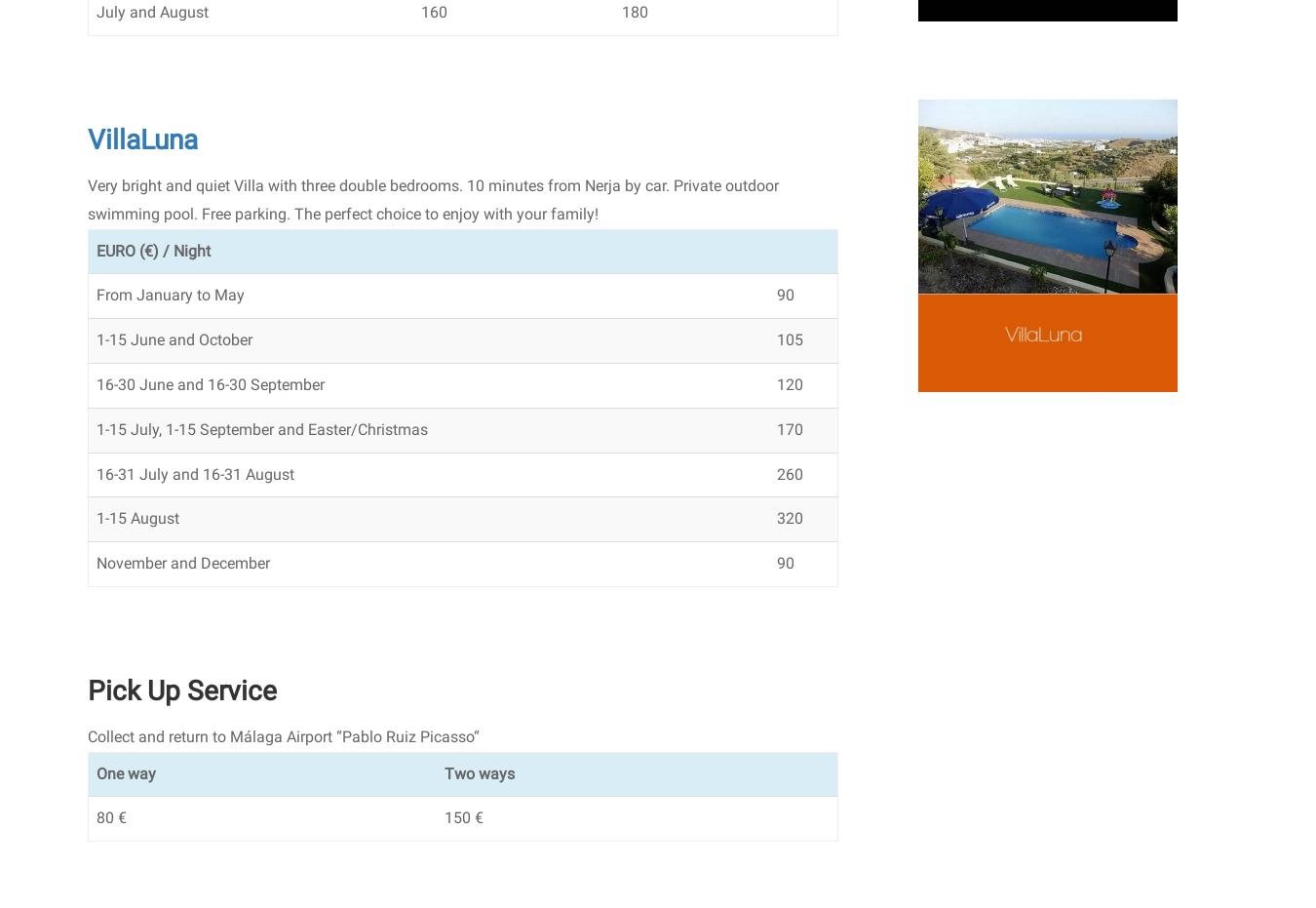  I want to click on 'EURO (€) / Night', so click(153, 250).